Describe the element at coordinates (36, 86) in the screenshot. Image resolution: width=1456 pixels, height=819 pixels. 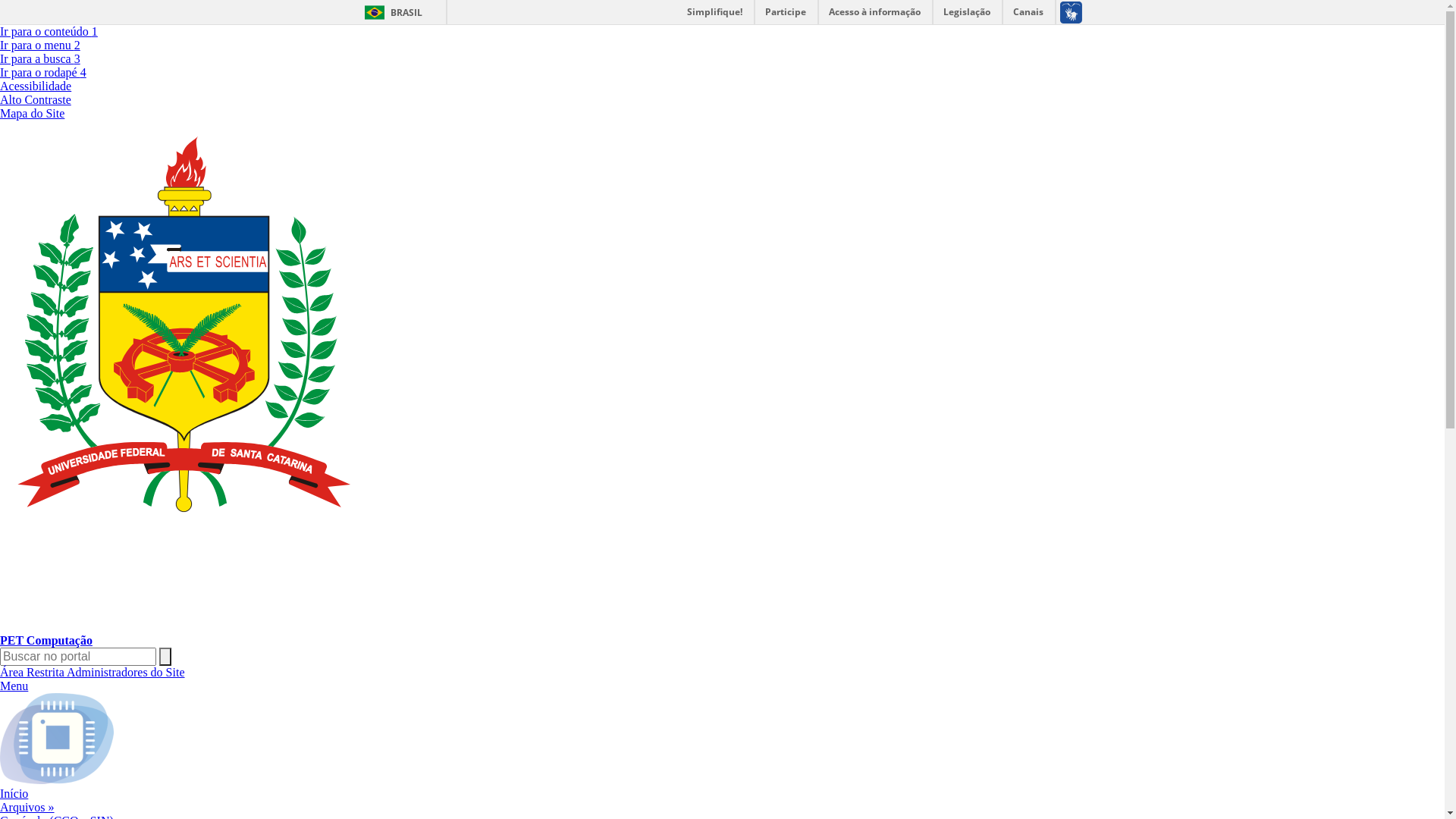
I see `'Acessibilidade'` at that location.